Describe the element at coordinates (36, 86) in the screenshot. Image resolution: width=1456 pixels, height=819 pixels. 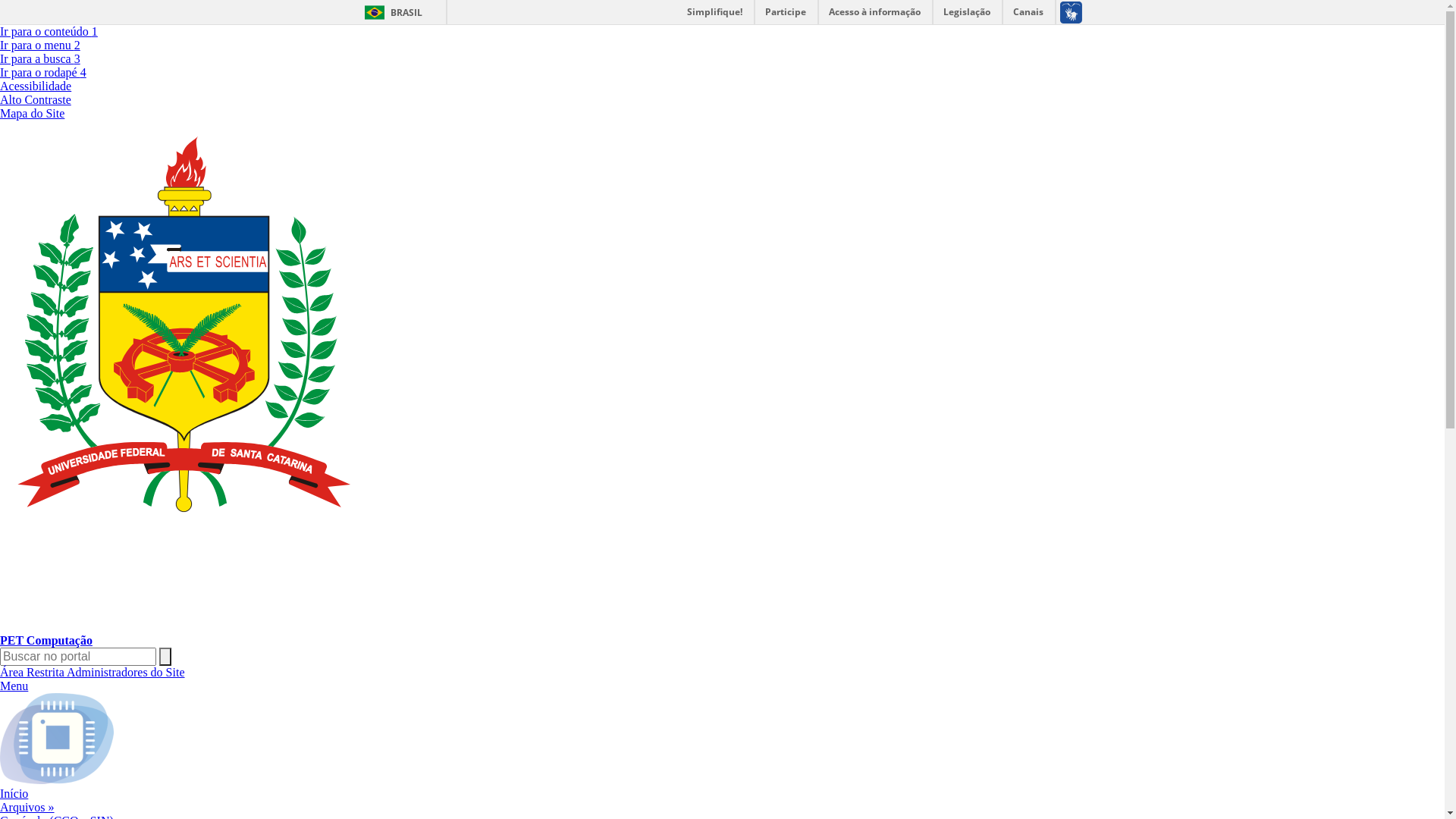
I see `'Acessibilidade'` at that location.